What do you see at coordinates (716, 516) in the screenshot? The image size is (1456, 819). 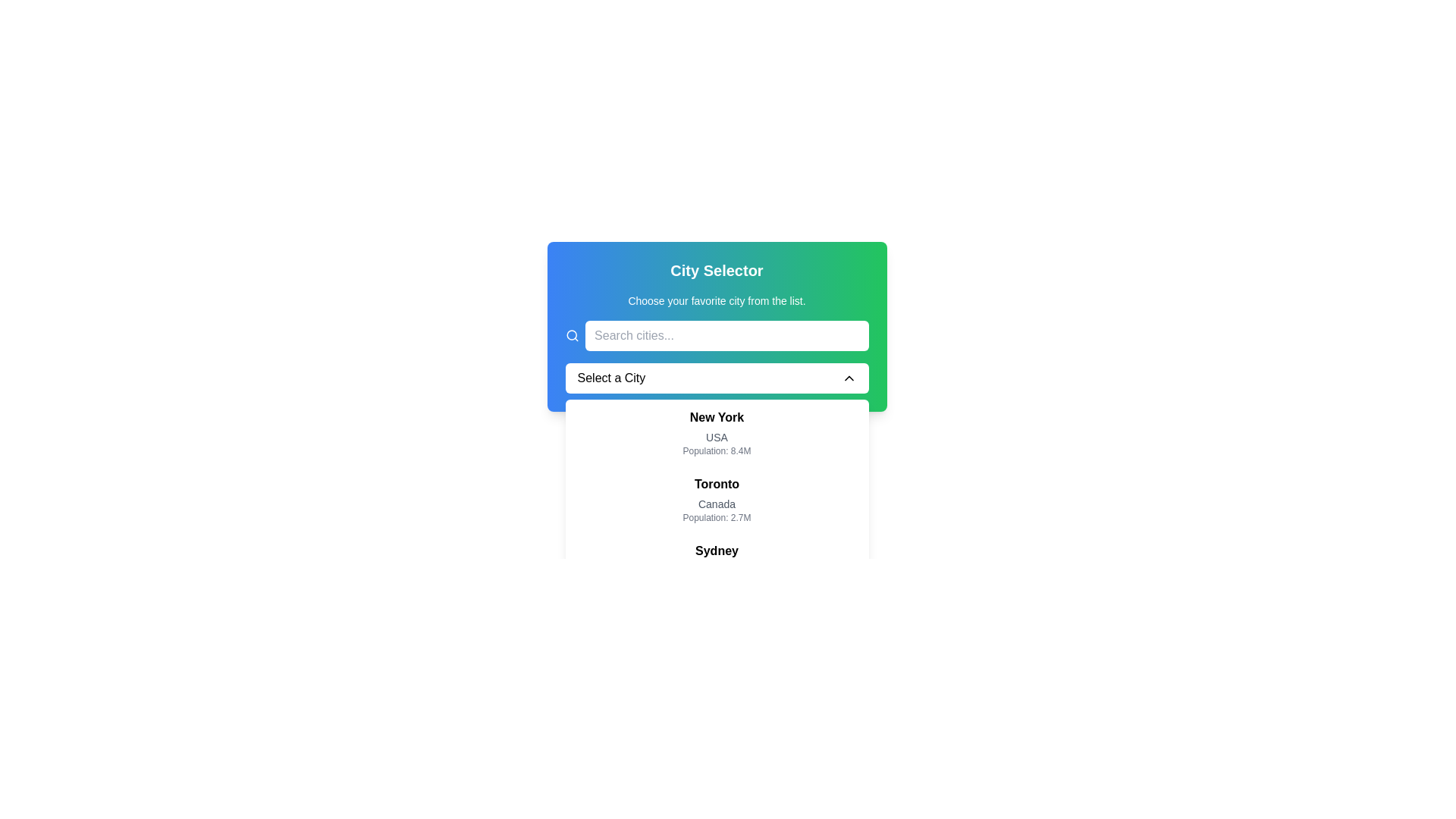 I see `the informational text label about the population of Toronto, located below the 'Canada' text in the dropdown entry, to trigger any available tooltips` at bounding box center [716, 516].